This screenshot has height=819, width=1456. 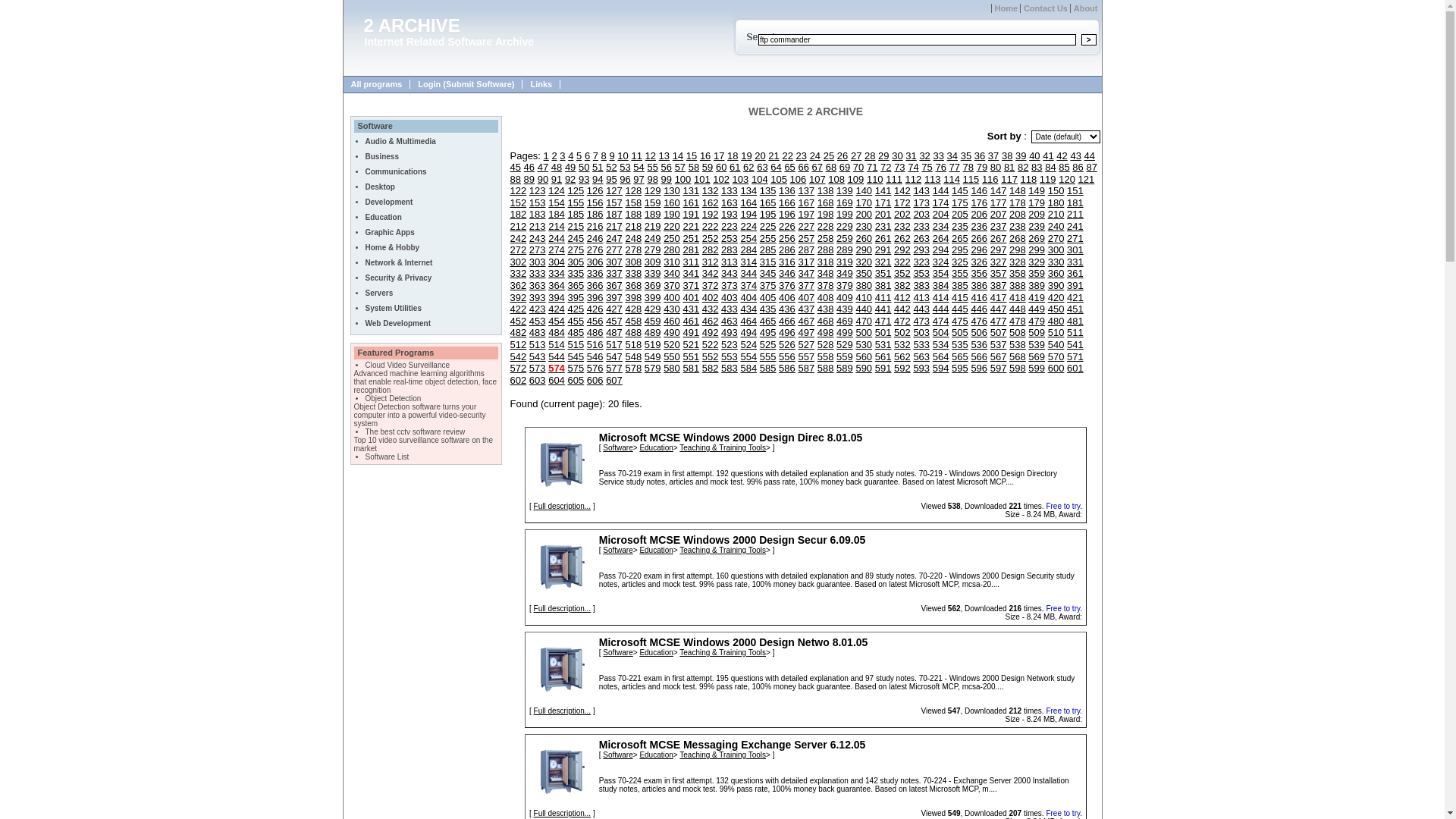 I want to click on '484', so click(x=556, y=331).